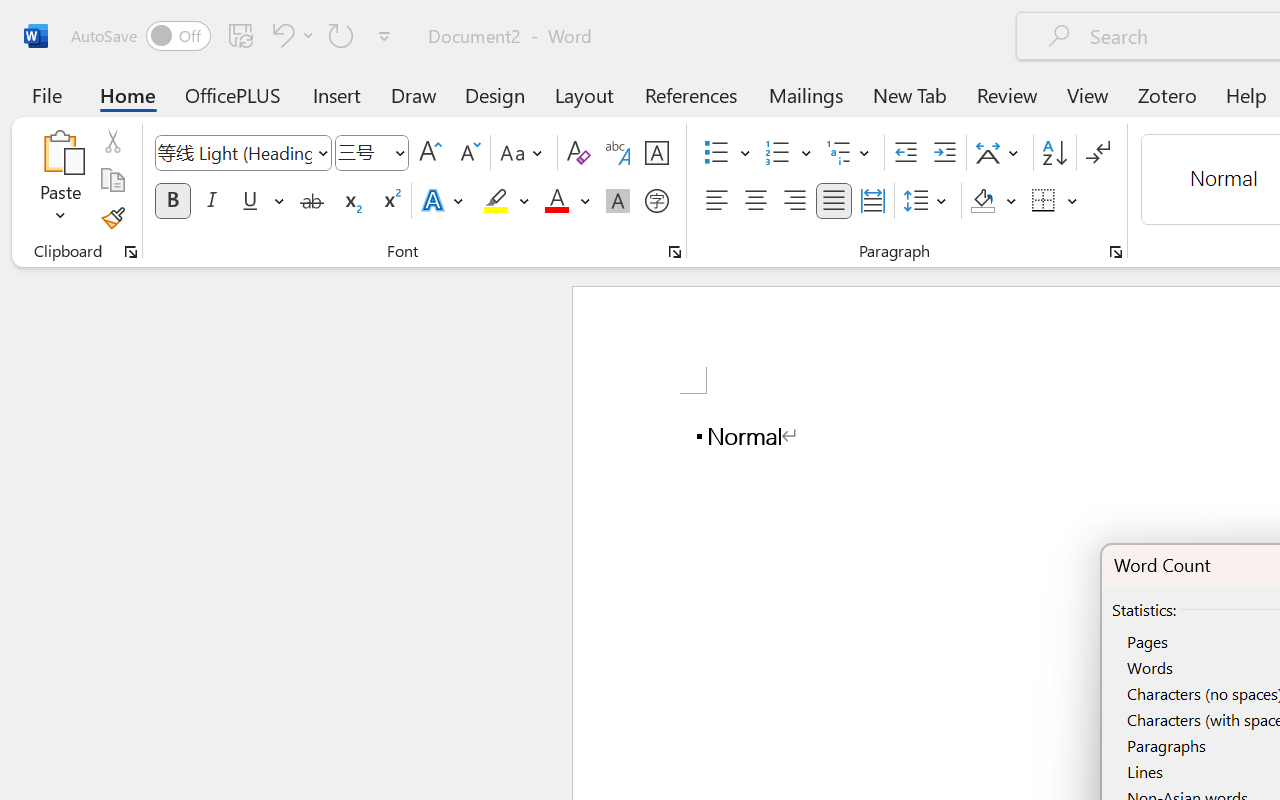 Image resolution: width=1280 pixels, height=800 pixels. Describe the element at coordinates (1087, 94) in the screenshot. I see `'View'` at that location.